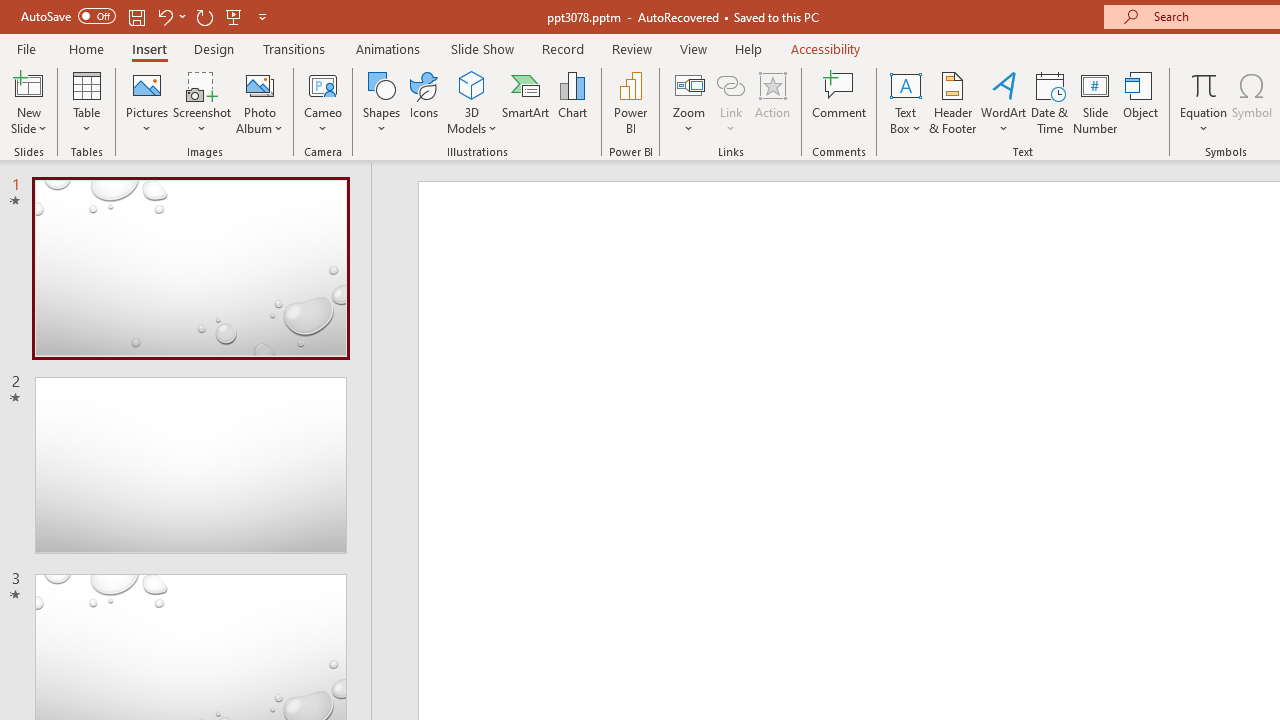  Describe the element at coordinates (772, 103) in the screenshot. I see `'Action'` at that location.